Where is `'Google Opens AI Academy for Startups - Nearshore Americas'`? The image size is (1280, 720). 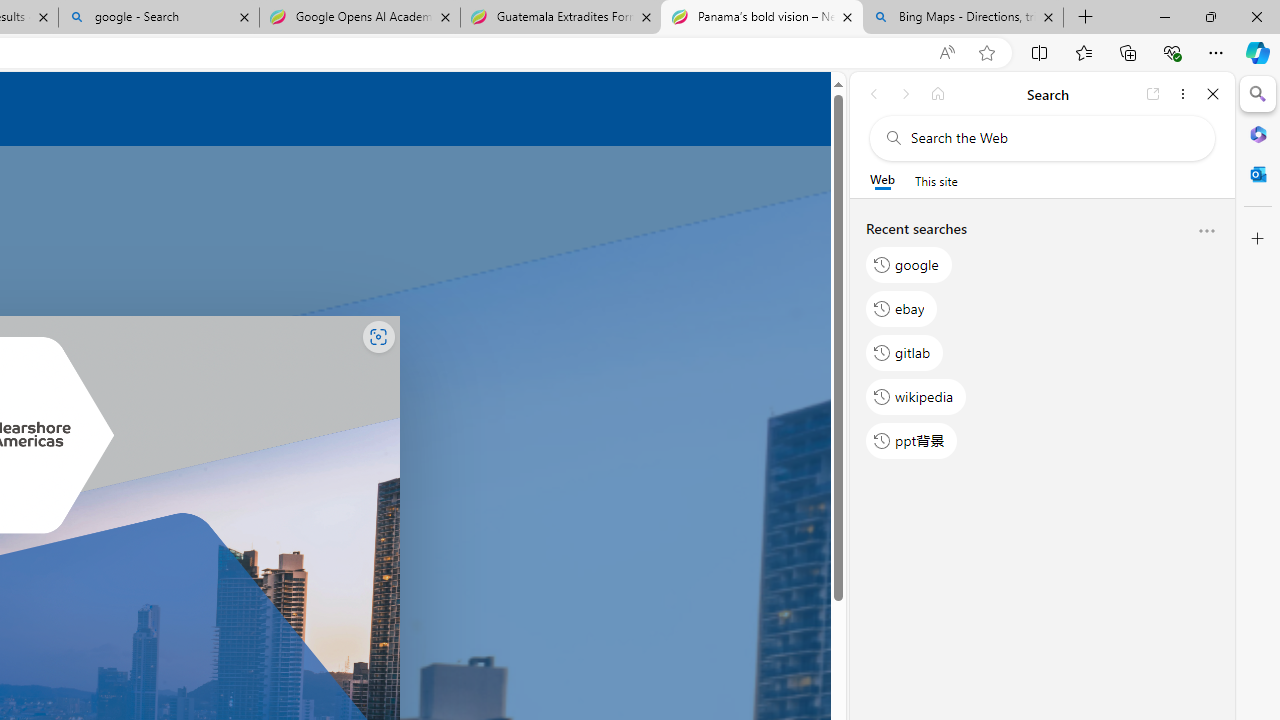 'Google Opens AI Academy for Startups - Nearshore Americas' is located at coordinates (359, 17).